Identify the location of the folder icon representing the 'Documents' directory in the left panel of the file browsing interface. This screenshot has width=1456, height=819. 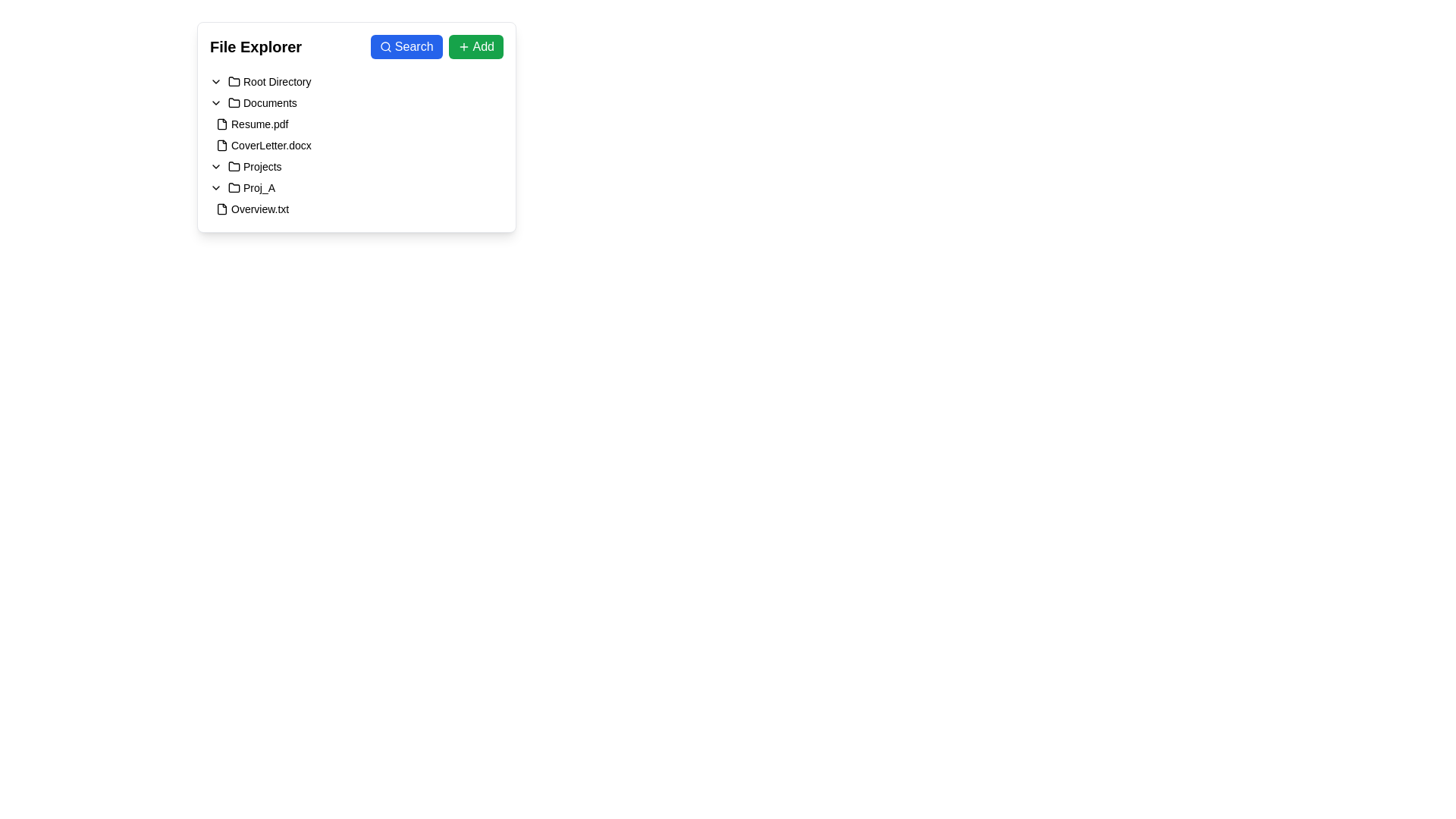
(233, 102).